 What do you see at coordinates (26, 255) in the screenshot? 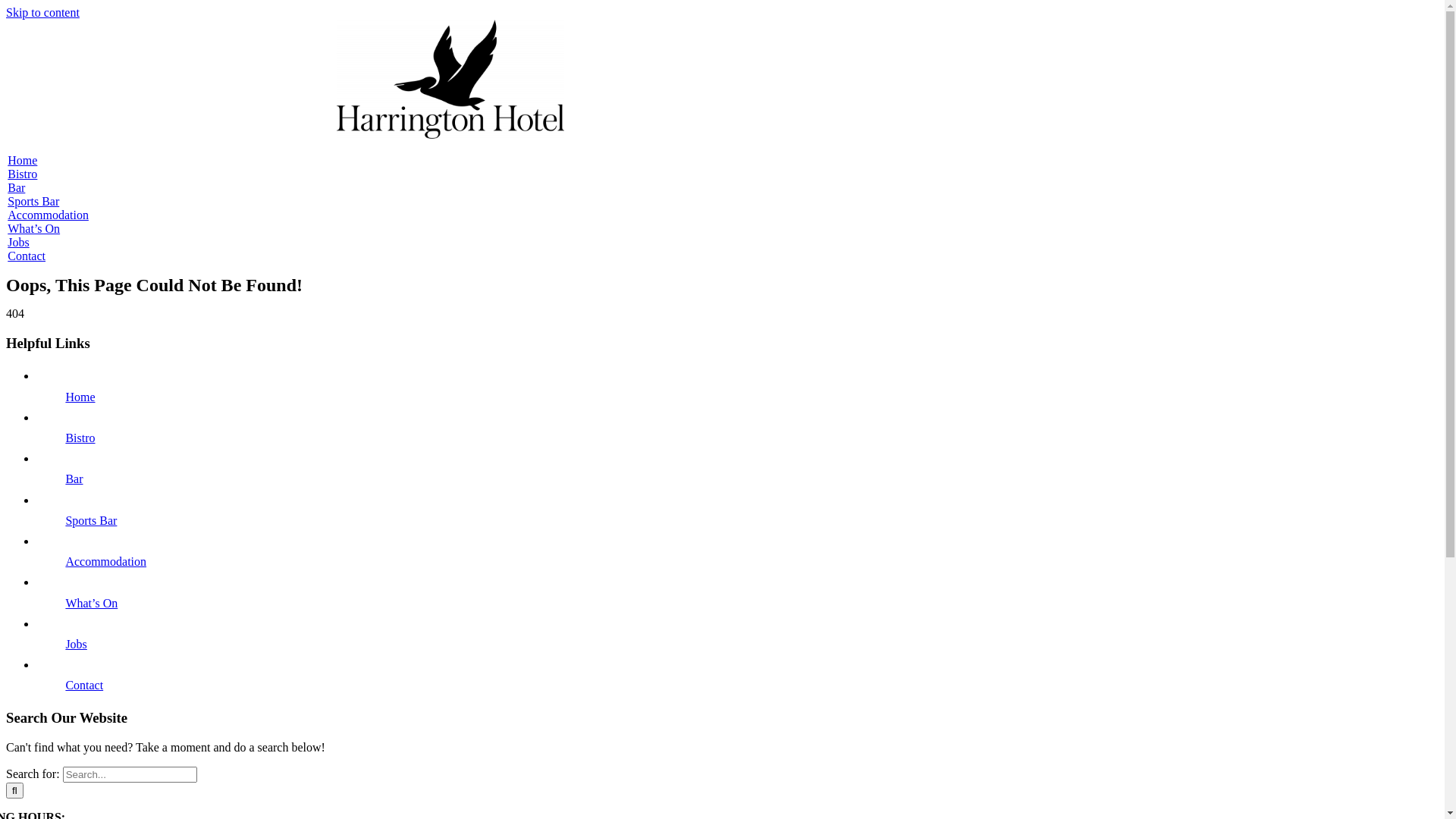
I see `'Contact'` at bounding box center [26, 255].